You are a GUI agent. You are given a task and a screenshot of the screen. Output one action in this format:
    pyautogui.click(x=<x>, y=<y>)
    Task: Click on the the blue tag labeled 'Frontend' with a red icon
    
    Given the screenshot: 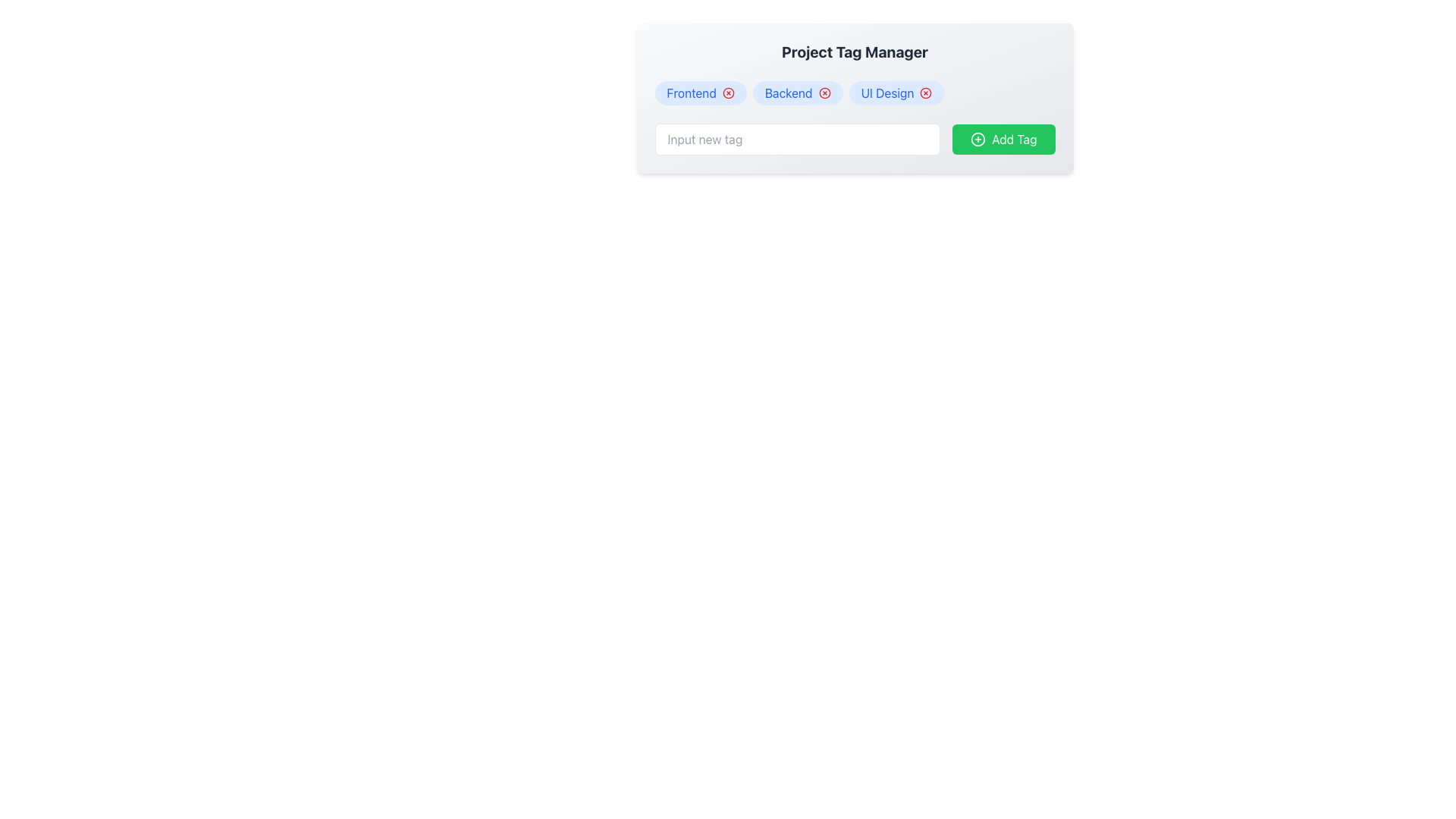 What is the action you would take?
    pyautogui.click(x=700, y=93)
    